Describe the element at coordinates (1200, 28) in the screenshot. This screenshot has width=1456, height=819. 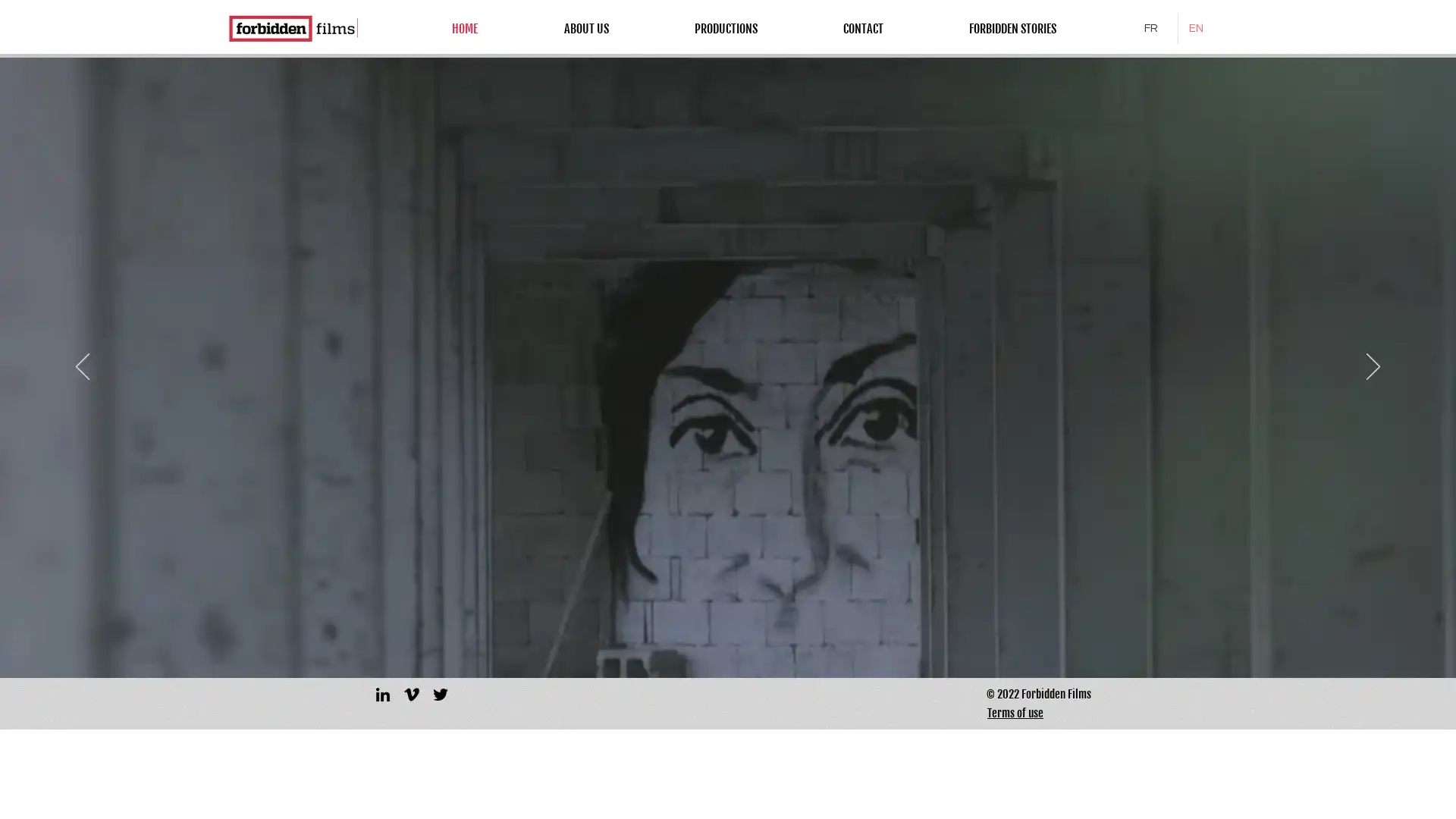
I see `English` at that location.